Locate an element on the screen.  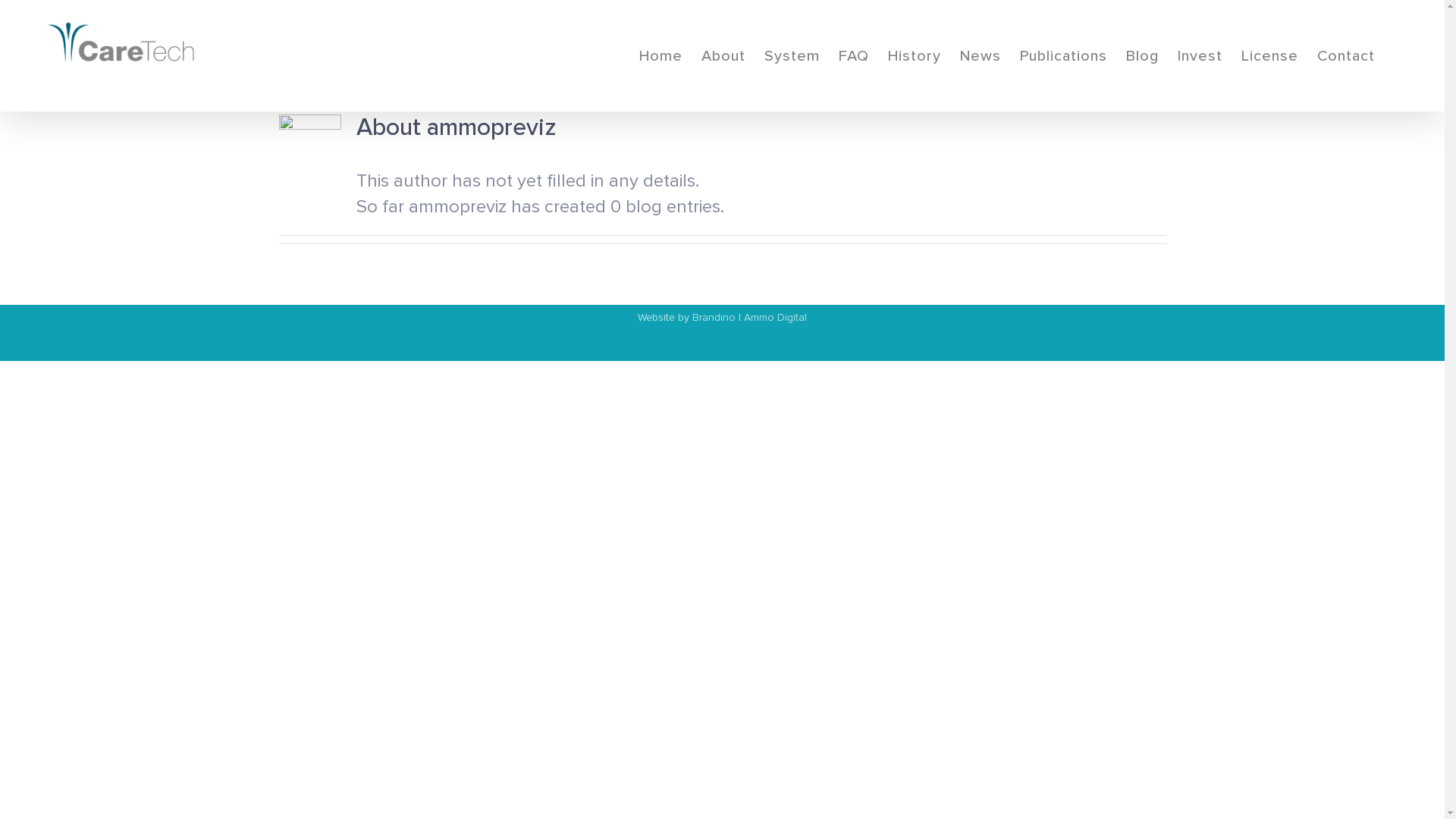
'Contact' is located at coordinates (1346, 55).